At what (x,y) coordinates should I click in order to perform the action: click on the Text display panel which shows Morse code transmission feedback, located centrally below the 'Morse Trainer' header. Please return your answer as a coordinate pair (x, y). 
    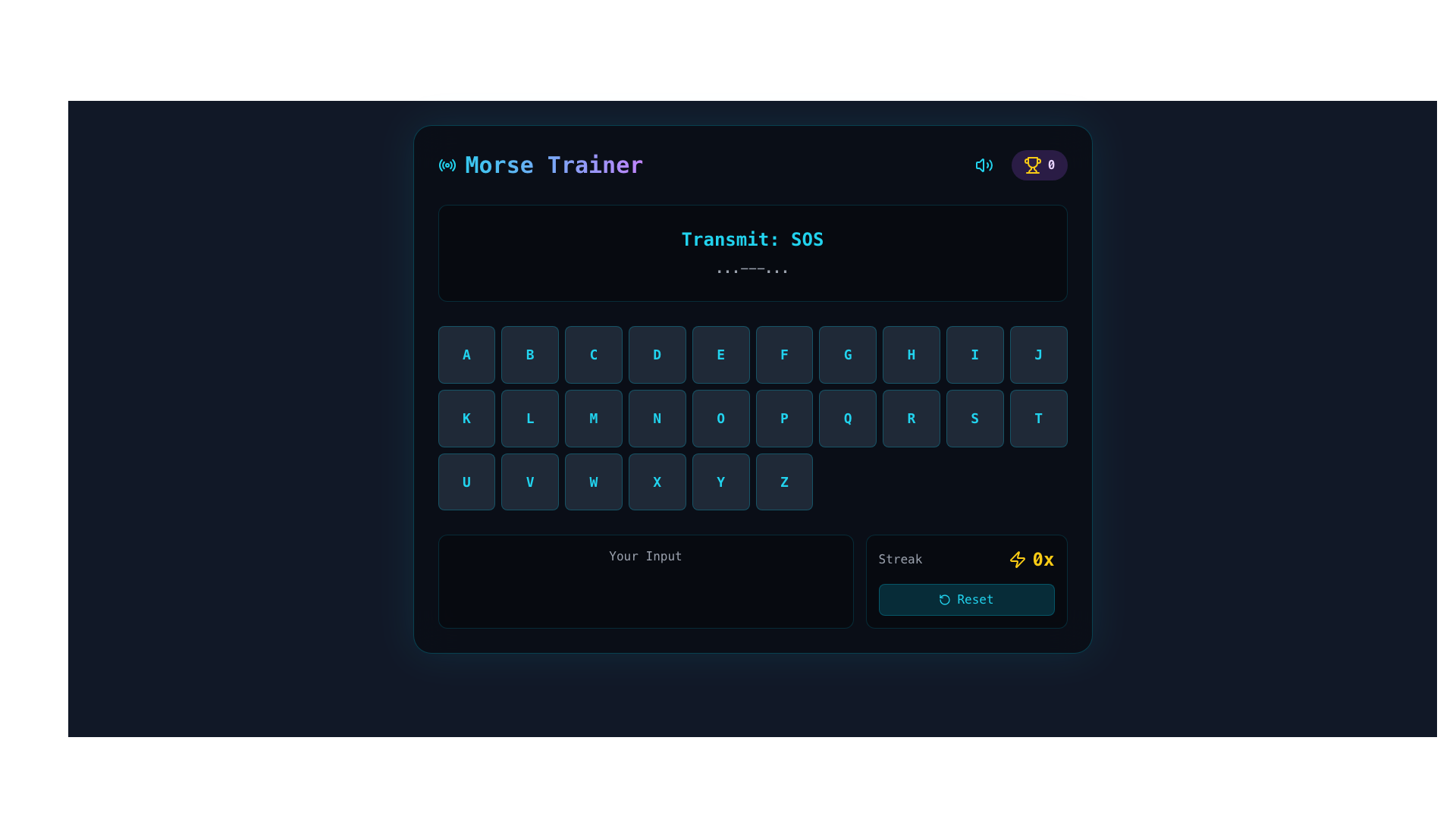
    Looking at the image, I should click on (752, 253).